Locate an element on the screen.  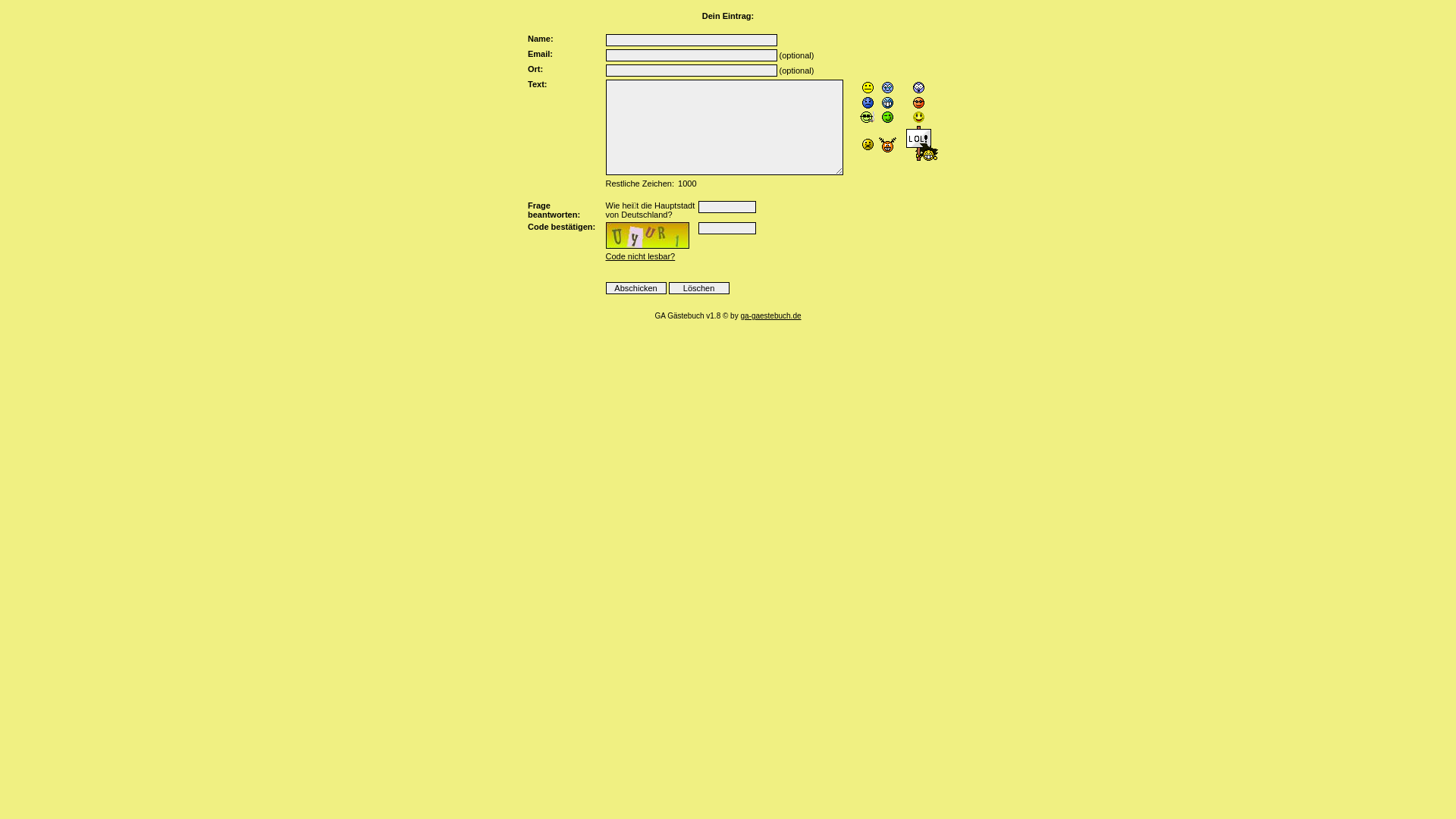
'Abschicken' is located at coordinates (635, 288).